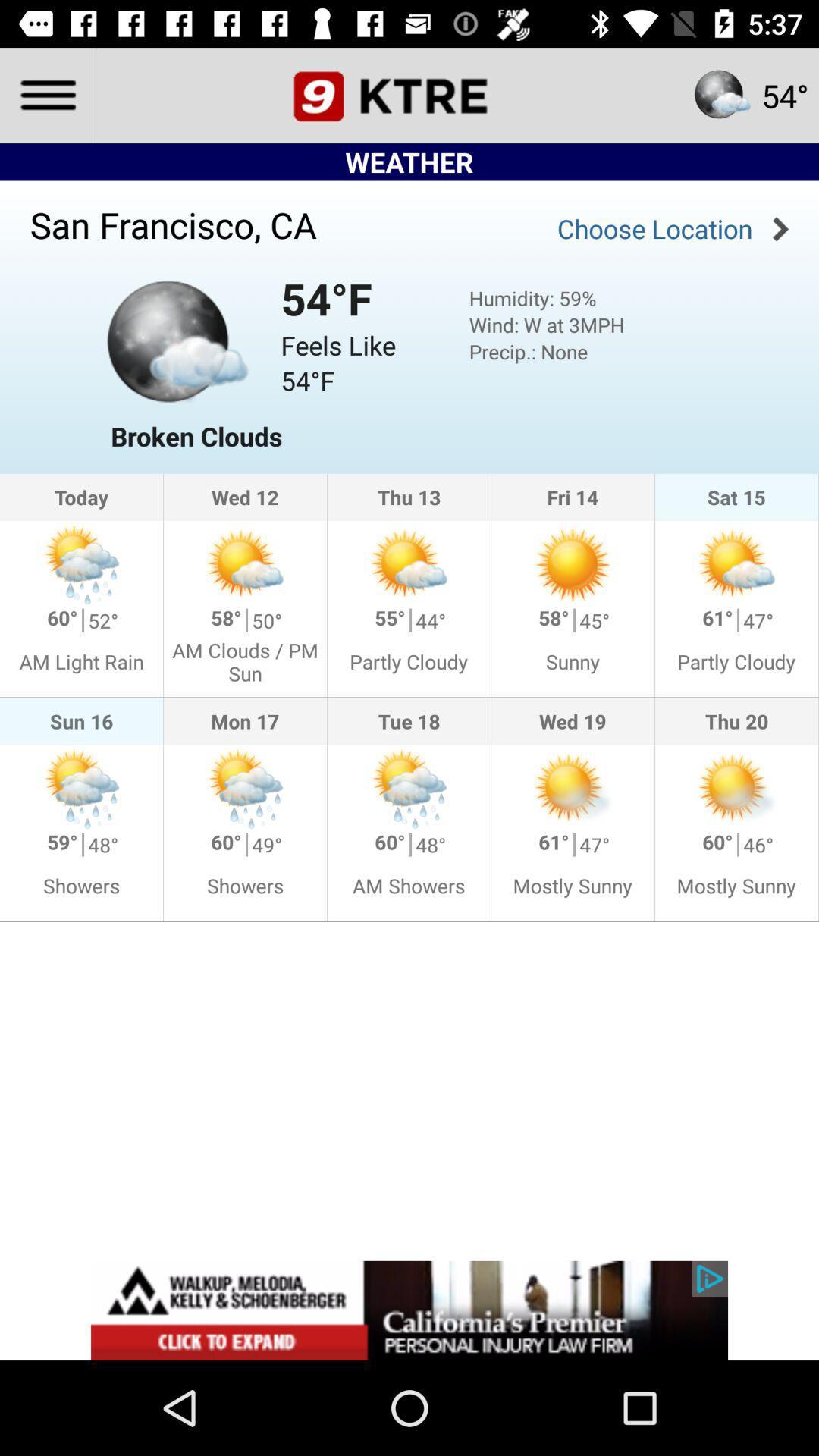  Describe the element at coordinates (46, 94) in the screenshot. I see `the menu icon` at that location.